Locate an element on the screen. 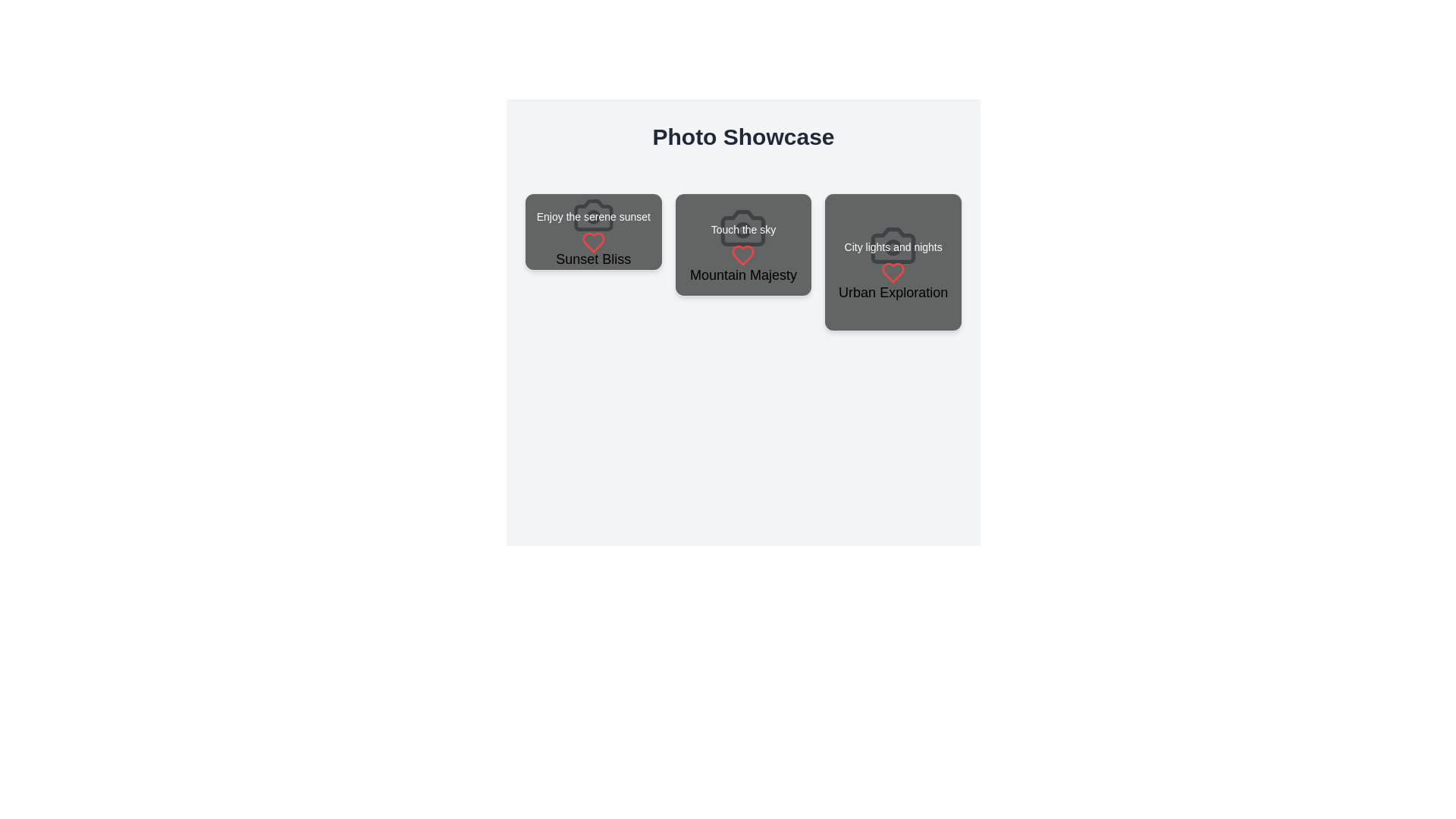 The width and height of the screenshot is (1456, 819). the heart icon located at the bottom of the 'Sunset Bliss' card, which features a red stroke and a round cap and join pattern is located at coordinates (592, 242).